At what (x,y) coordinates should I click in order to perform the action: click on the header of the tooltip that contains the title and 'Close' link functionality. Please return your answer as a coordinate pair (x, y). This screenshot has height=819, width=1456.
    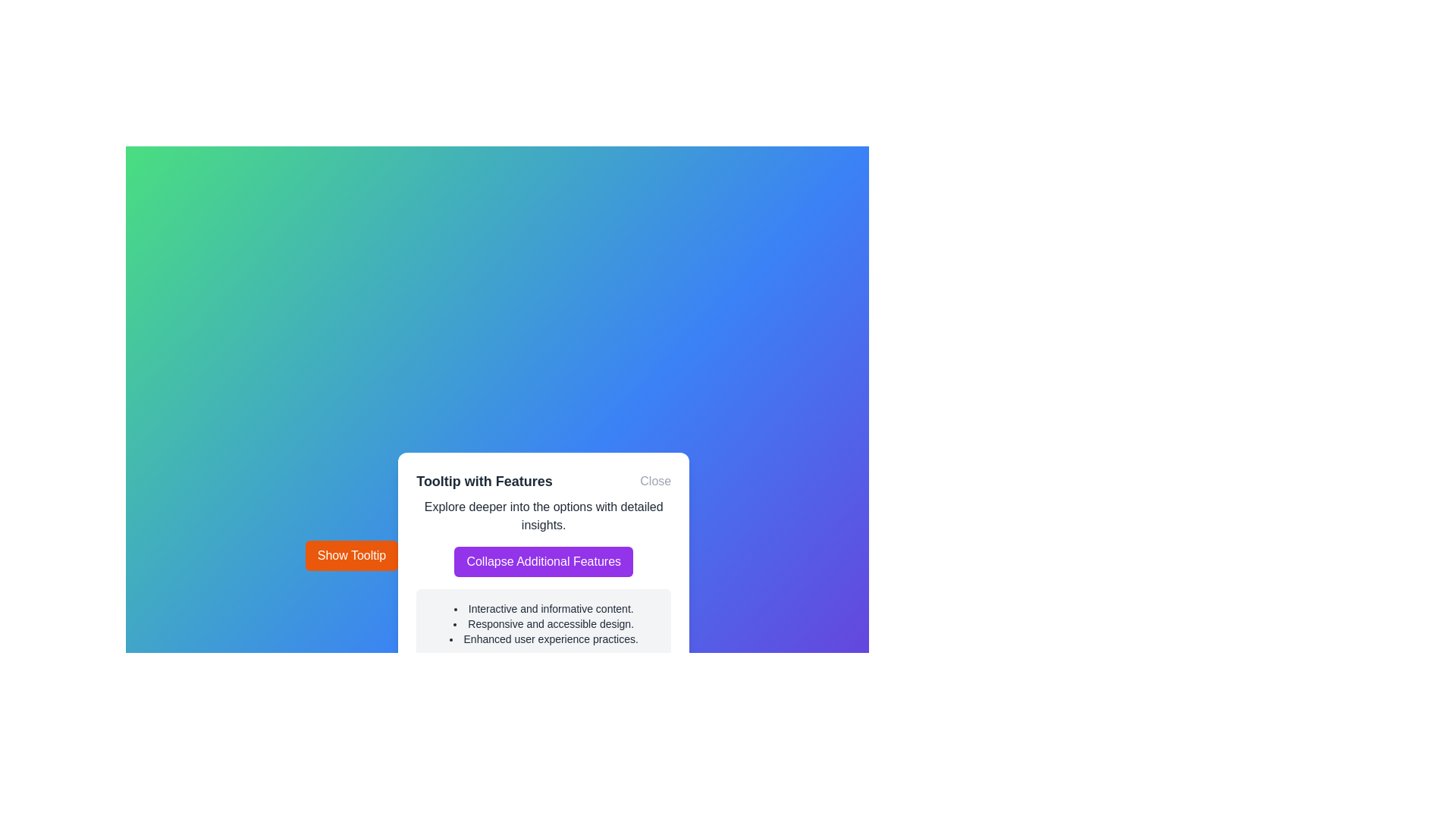
    Looking at the image, I should click on (544, 482).